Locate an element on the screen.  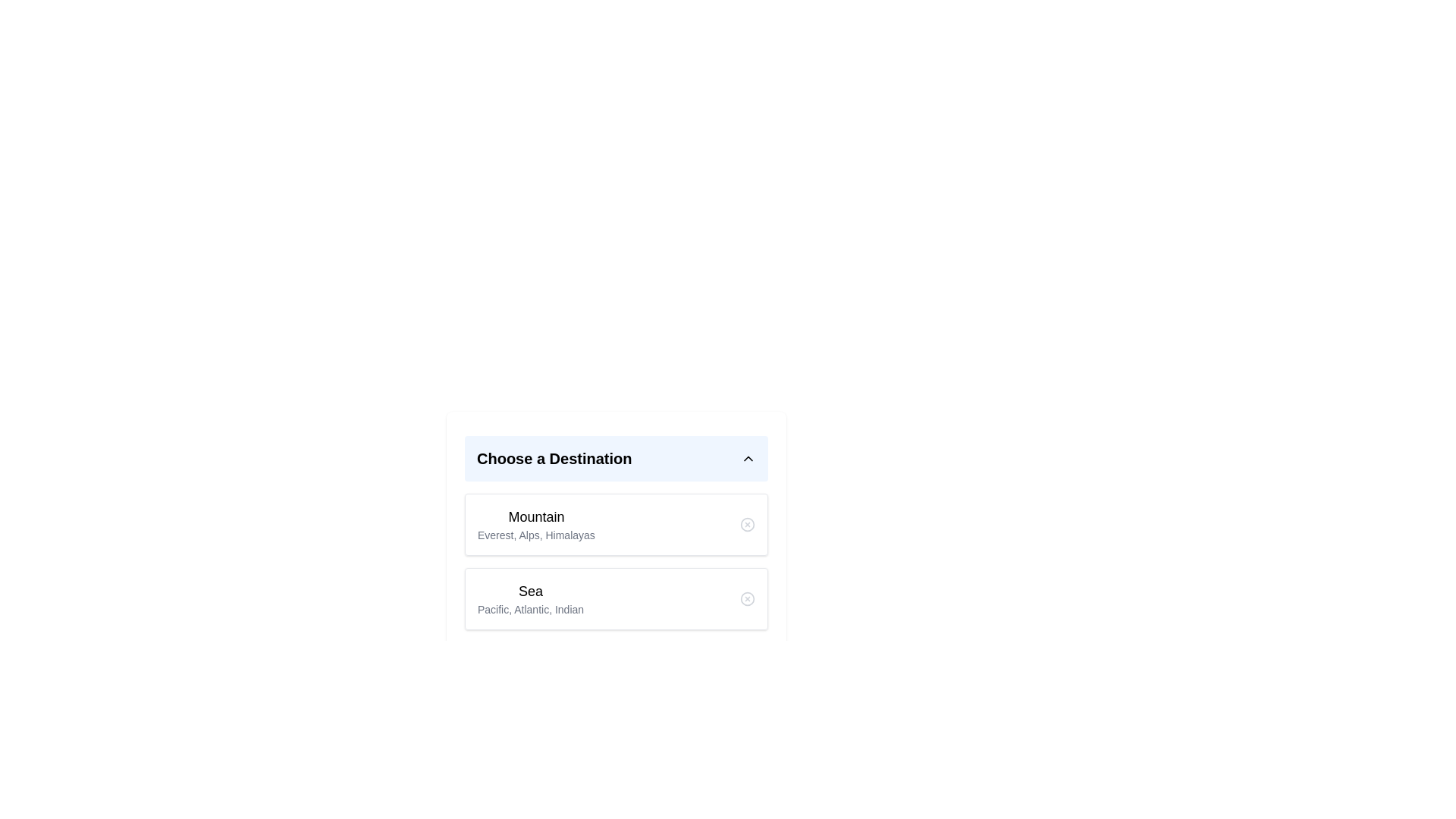
the upward-pointing chevron icon, colored in black, which is located at the far right of the 'Choose a Destination' label is located at coordinates (748, 458).